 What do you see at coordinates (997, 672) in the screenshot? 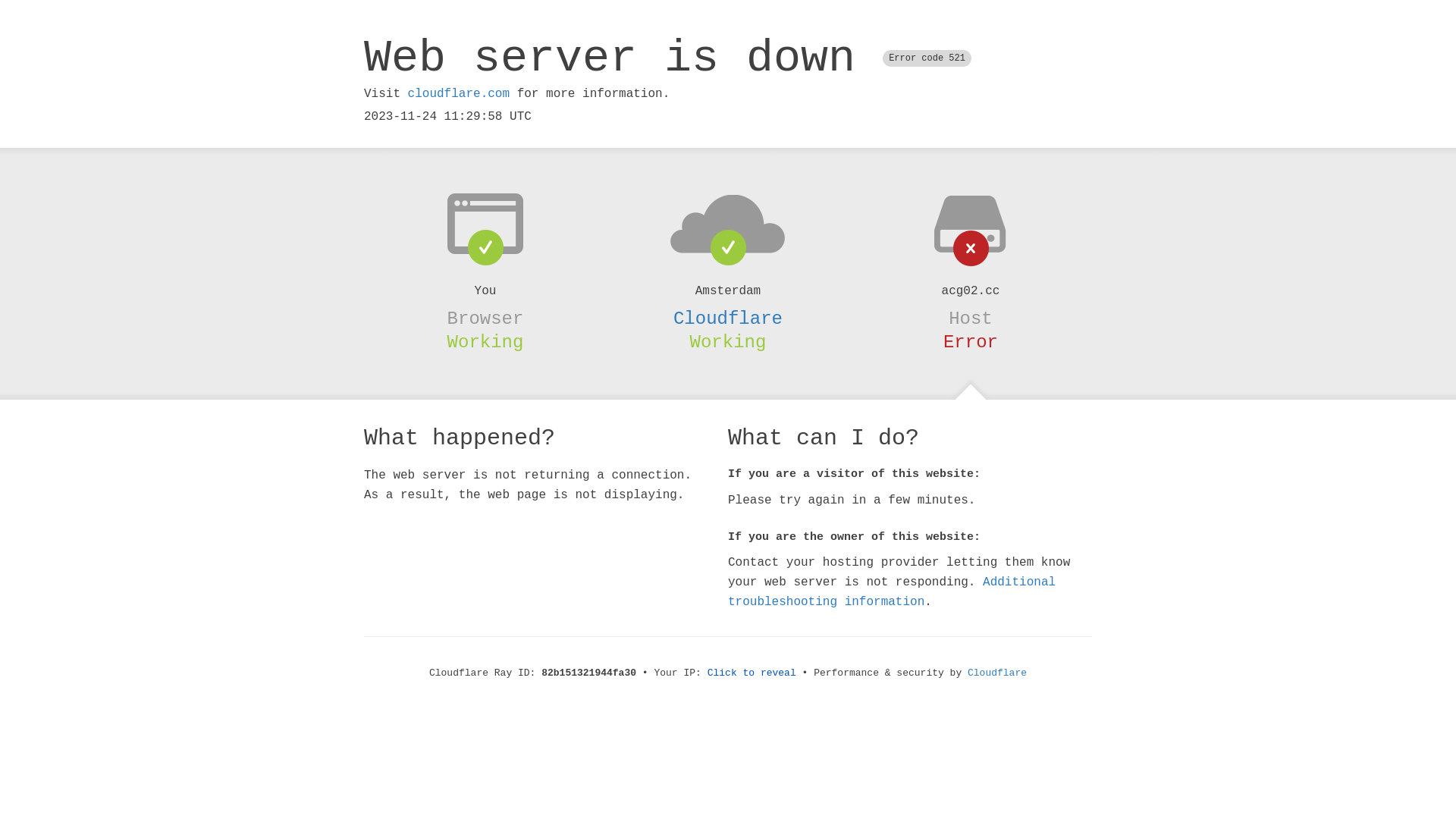
I see `'Cloudflare'` at bounding box center [997, 672].